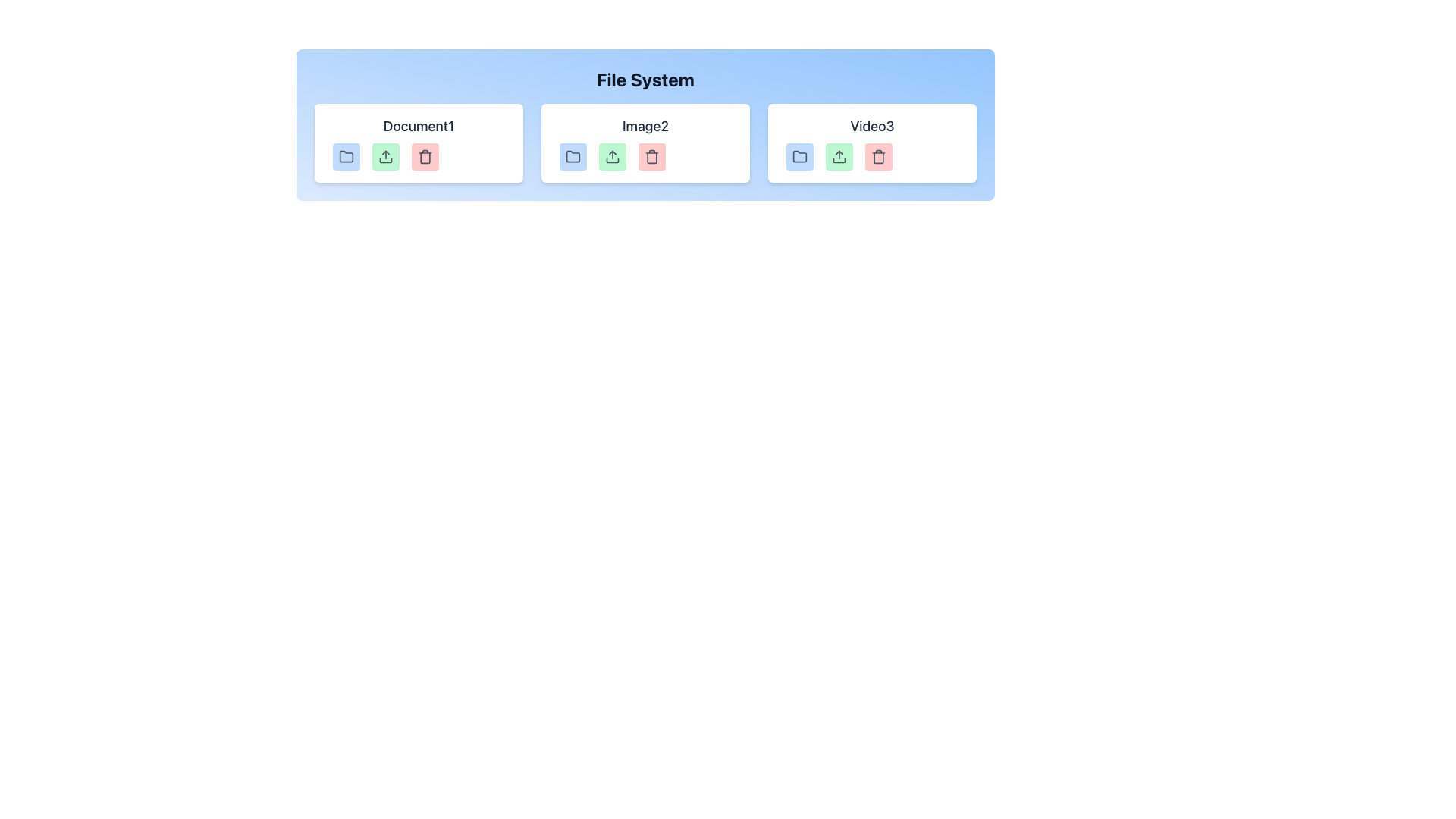  What do you see at coordinates (345, 157) in the screenshot?
I see `the first icon in the row located below the text 'Document1'` at bounding box center [345, 157].